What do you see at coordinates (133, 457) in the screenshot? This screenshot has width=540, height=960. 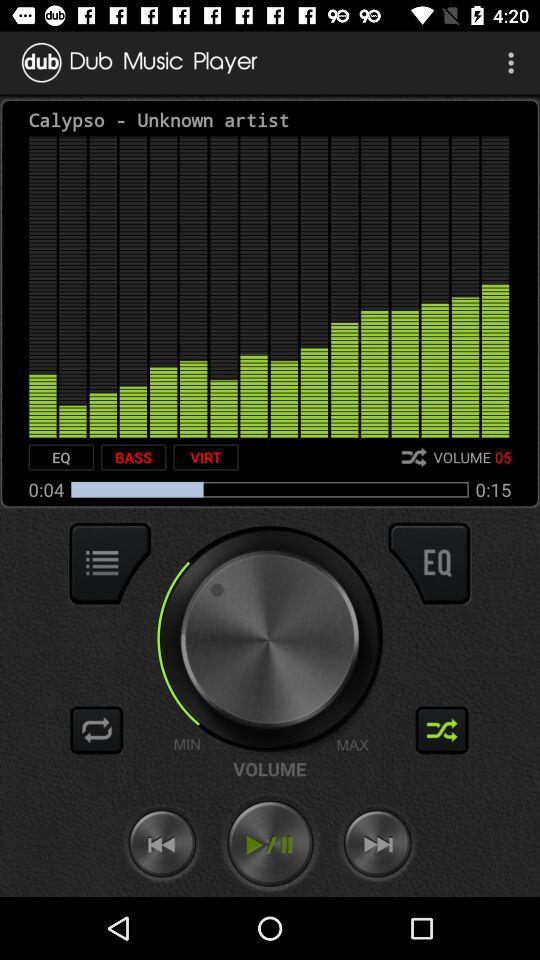 I see `icon to the right of the   eq` at bounding box center [133, 457].